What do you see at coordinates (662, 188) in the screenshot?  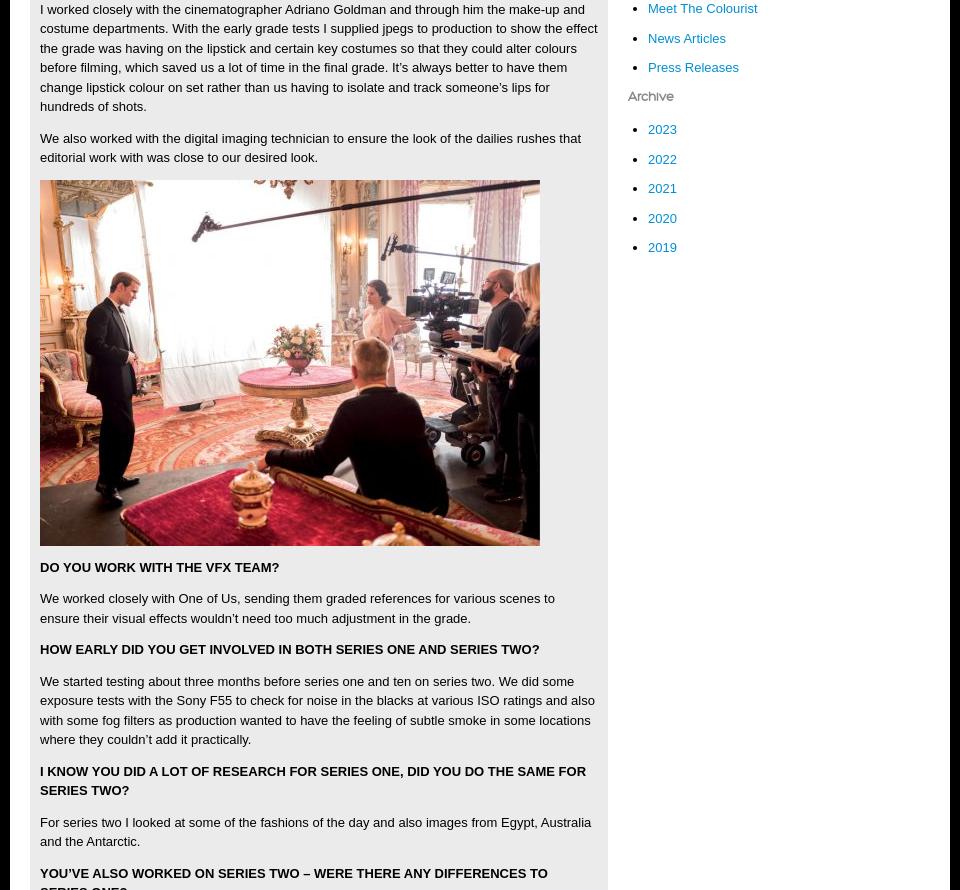 I see `'2021'` at bounding box center [662, 188].